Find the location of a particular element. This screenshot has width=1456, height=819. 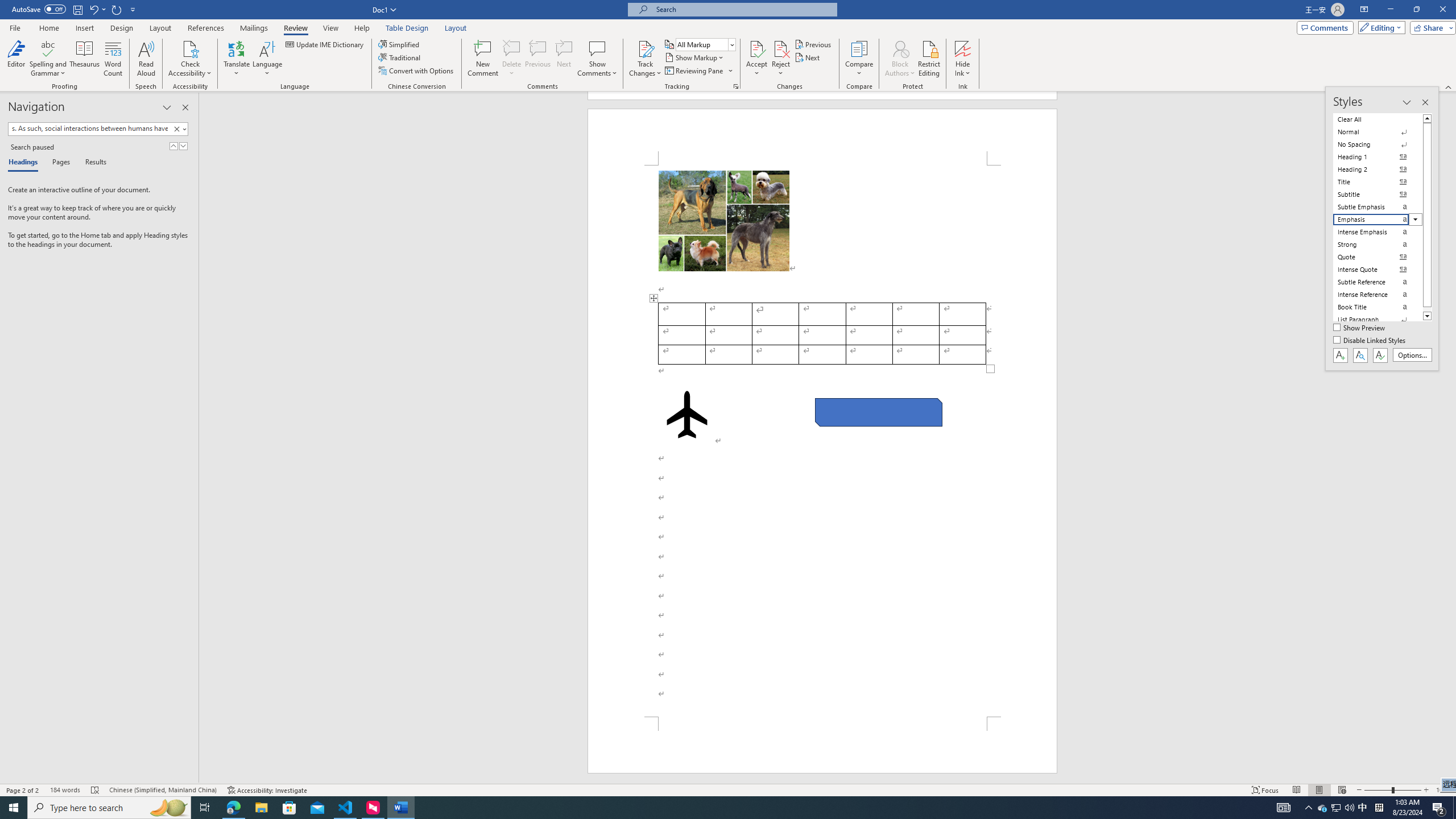

'Word Count 184 words' is located at coordinates (64, 790).